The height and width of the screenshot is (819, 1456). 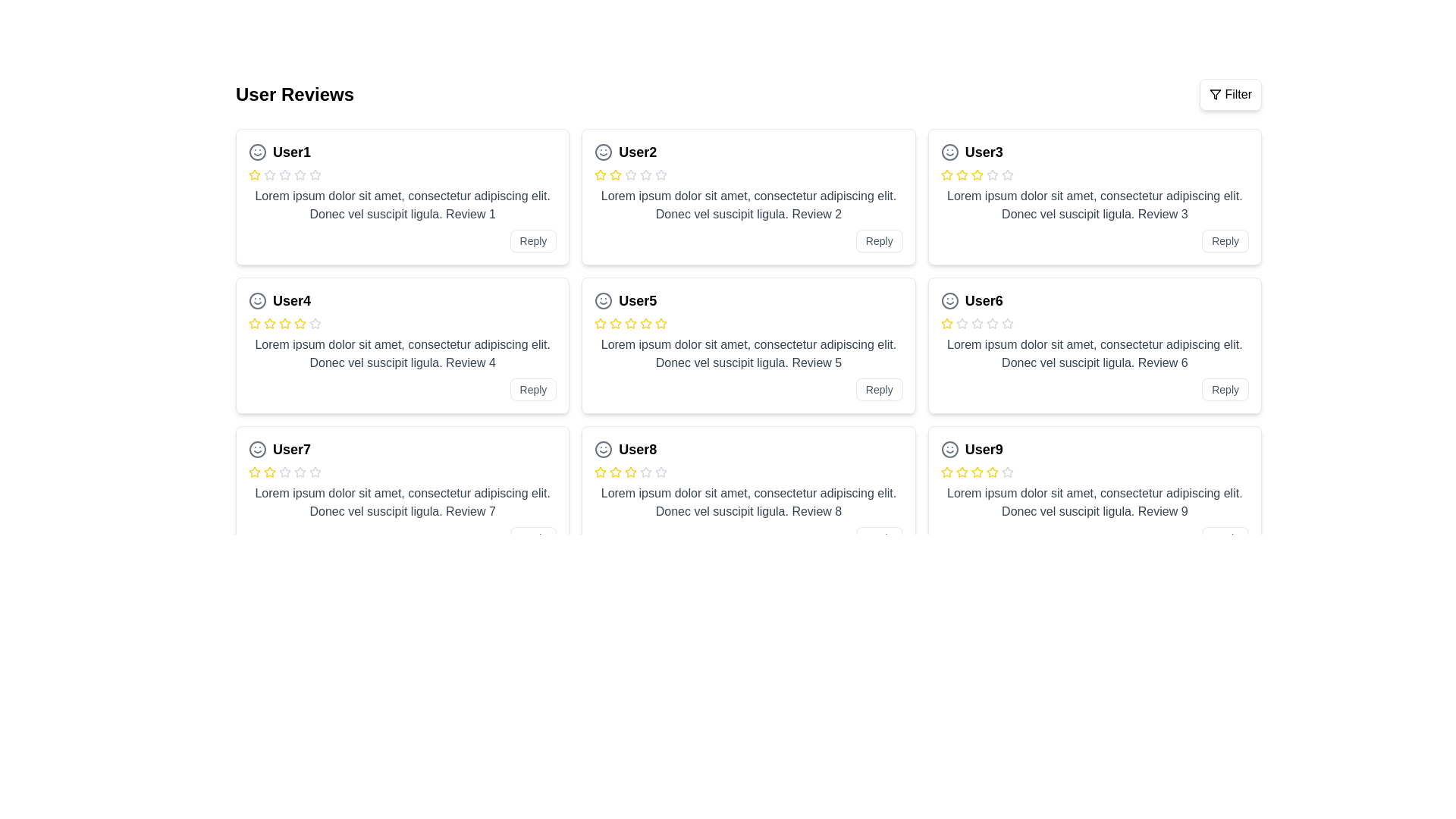 What do you see at coordinates (533, 388) in the screenshot?
I see `the reply button located at the bottom-right corner of the review card associated with 'User4' to initiate a reply` at bounding box center [533, 388].